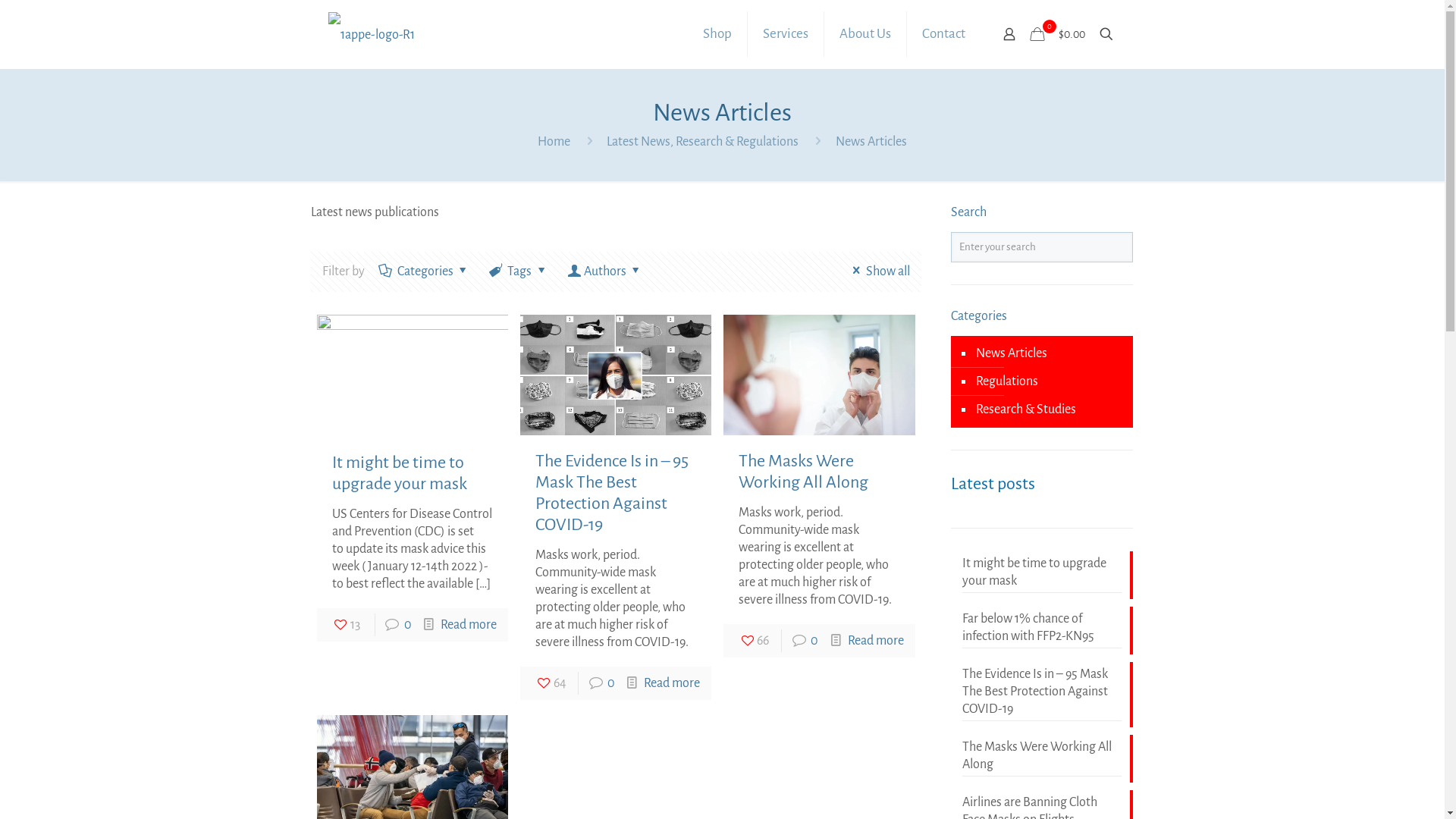 The image size is (1456, 819). Describe the element at coordinates (519, 271) in the screenshot. I see `'Tags'` at that location.